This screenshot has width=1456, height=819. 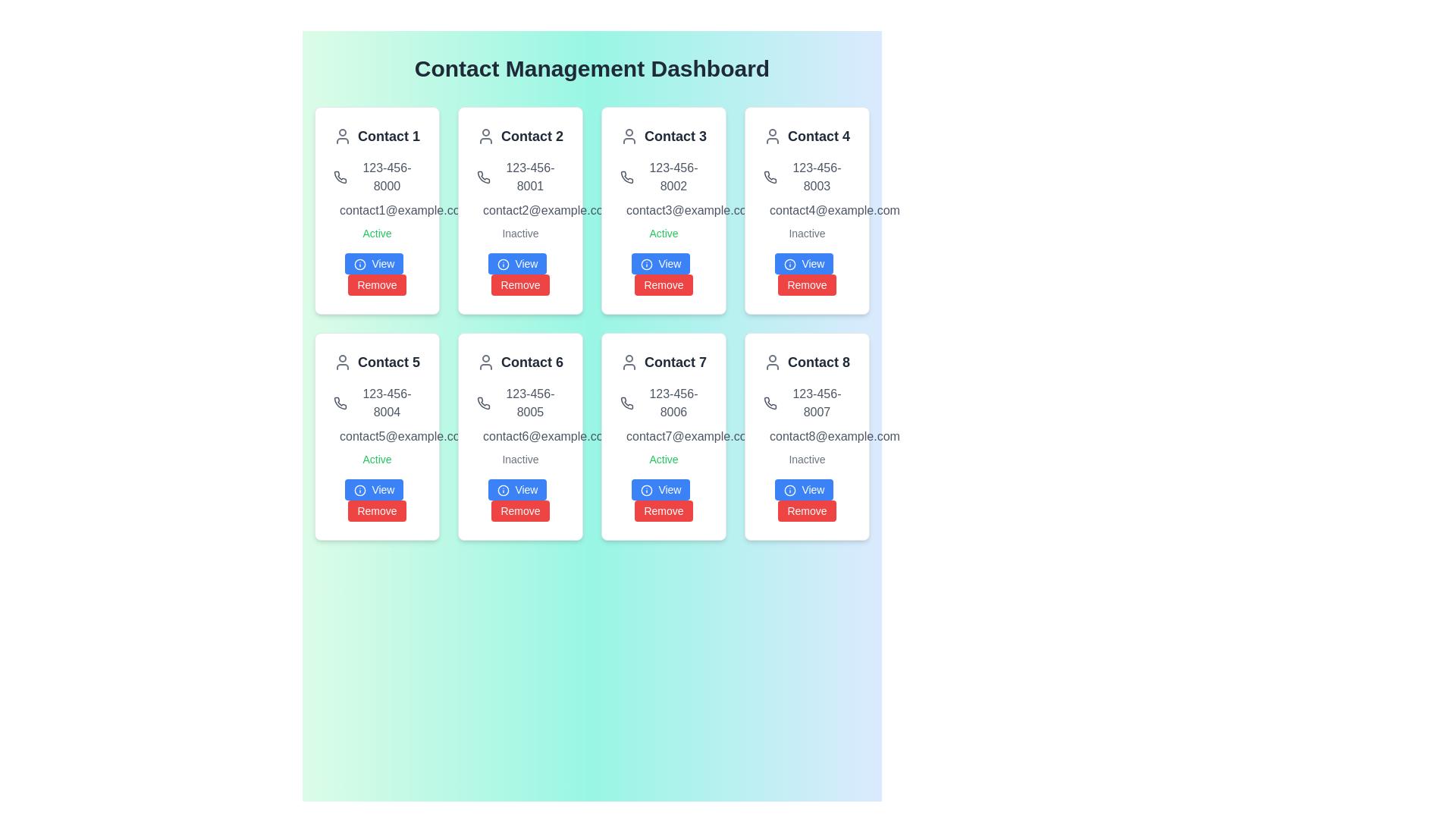 I want to click on the text label that serves as the header for the contact card, located in the bottom-right corner of the grid layout, so click(x=818, y=362).